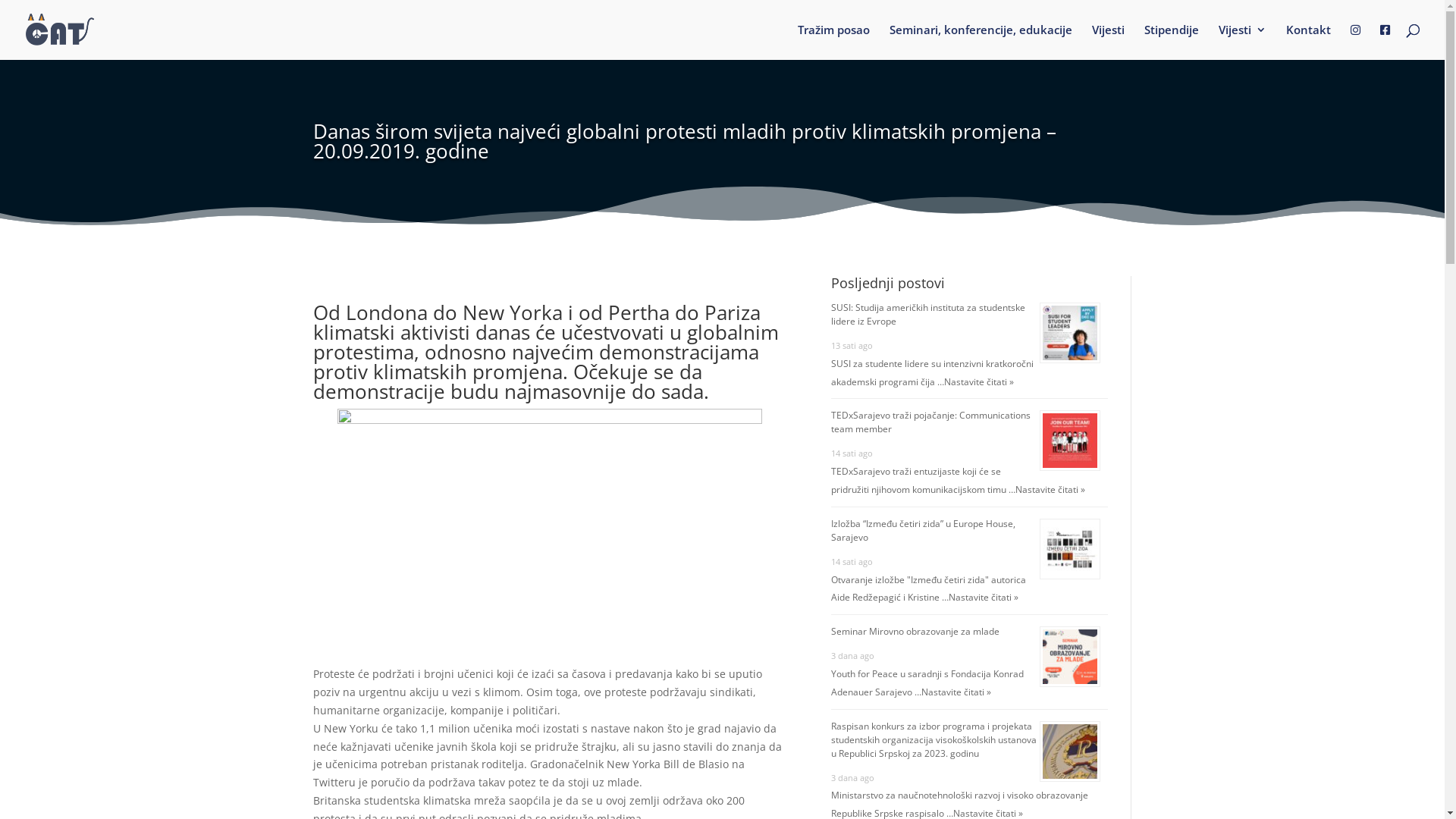 Image resolution: width=1456 pixels, height=819 pixels. I want to click on 'Kontakt', so click(1285, 40).